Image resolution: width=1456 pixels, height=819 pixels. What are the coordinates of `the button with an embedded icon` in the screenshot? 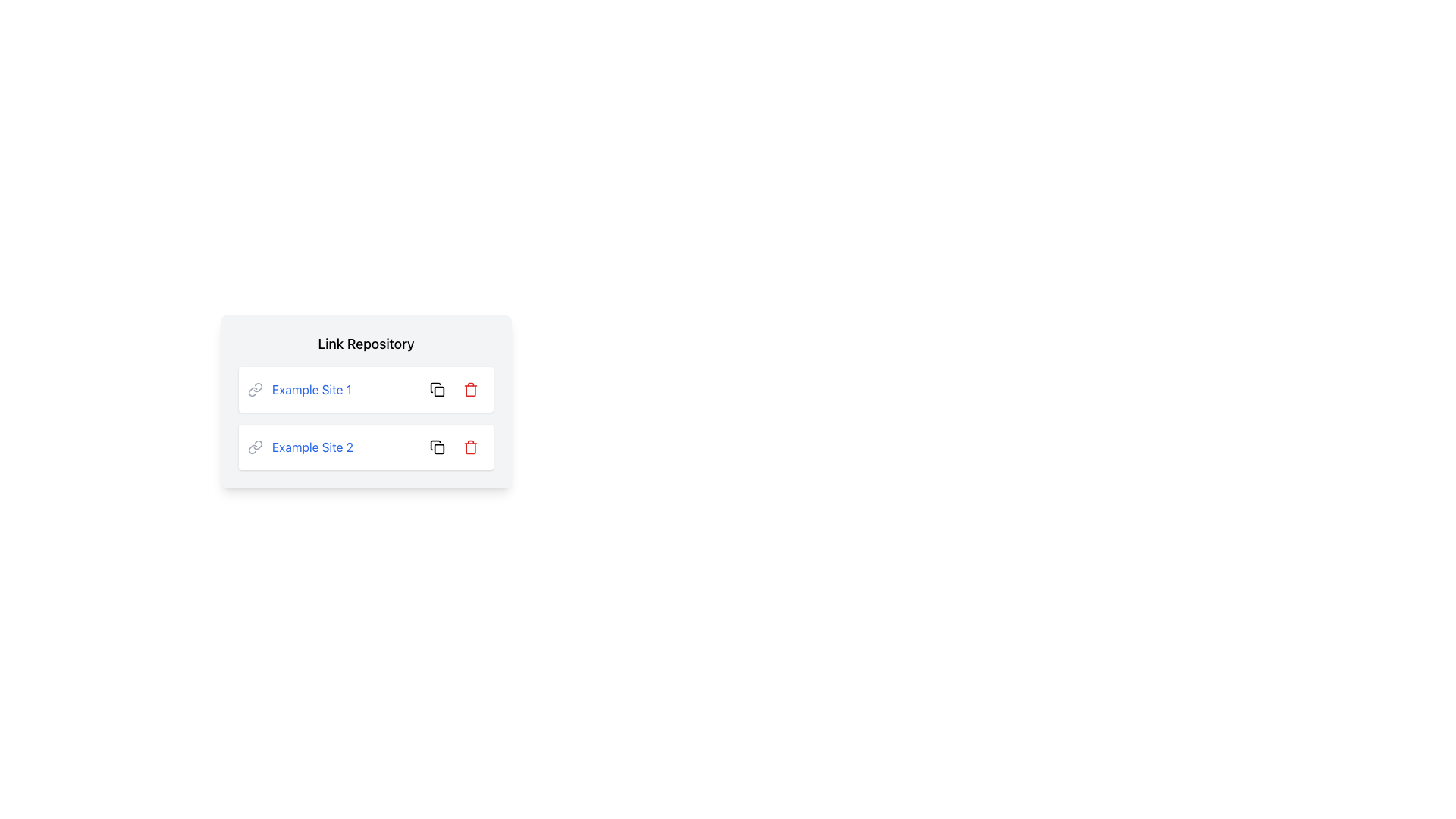 It's located at (469, 388).